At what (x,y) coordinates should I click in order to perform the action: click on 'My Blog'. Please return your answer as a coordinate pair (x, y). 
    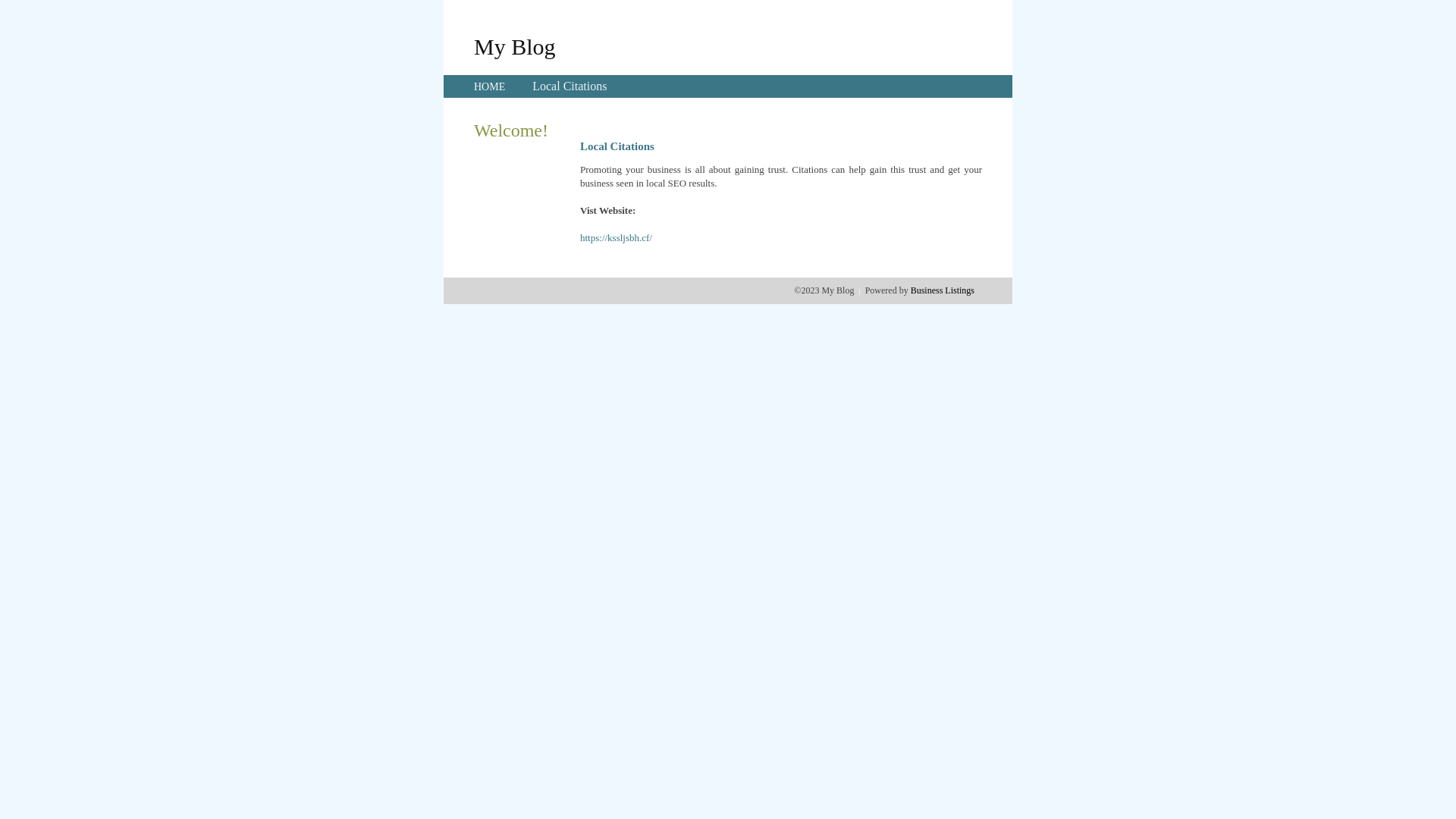
    Looking at the image, I should click on (514, 45).